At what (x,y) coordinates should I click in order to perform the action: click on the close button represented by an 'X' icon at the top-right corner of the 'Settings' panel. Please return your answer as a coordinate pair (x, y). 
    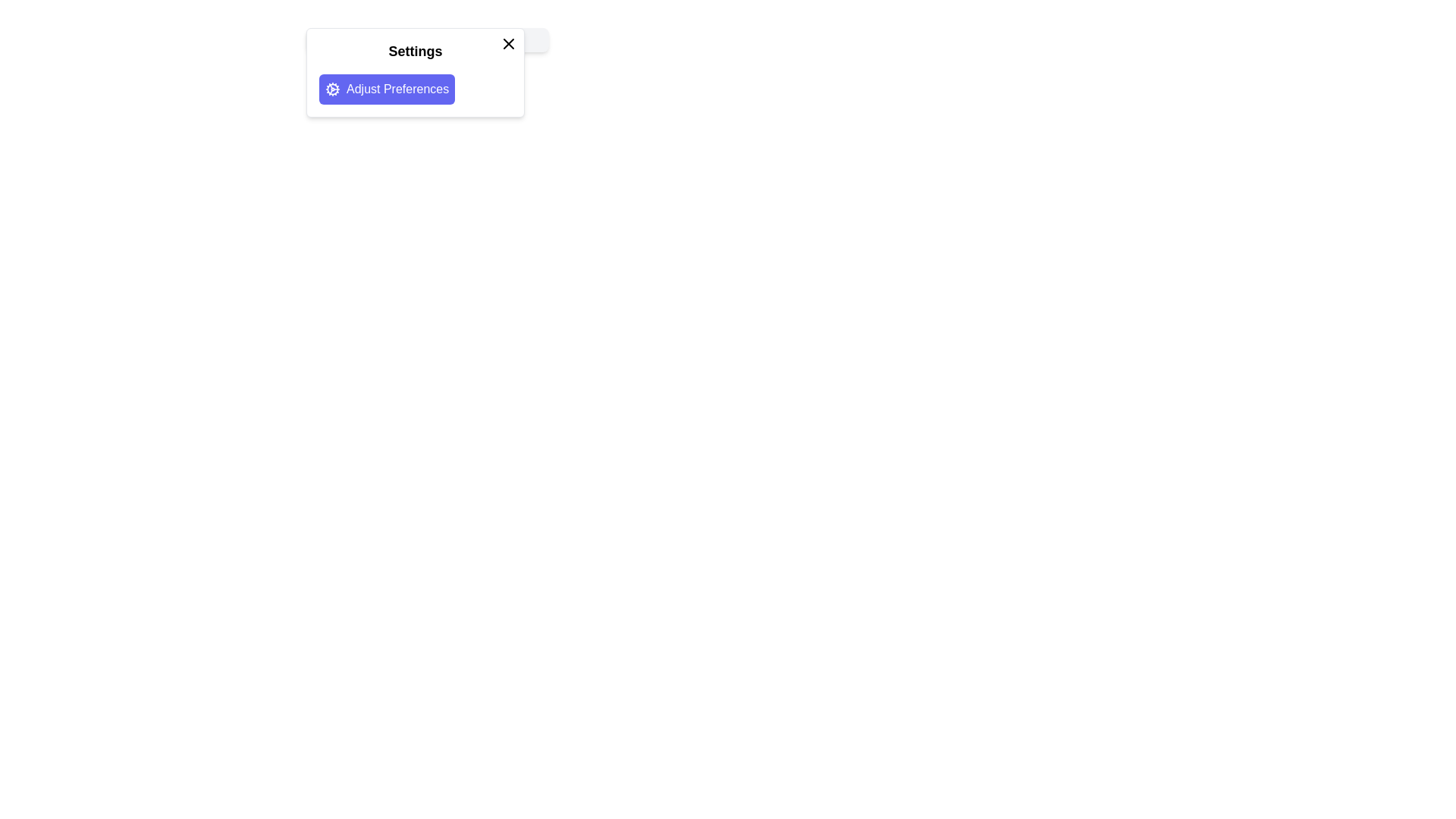
    Looking at the image, I should click on (509, 42).